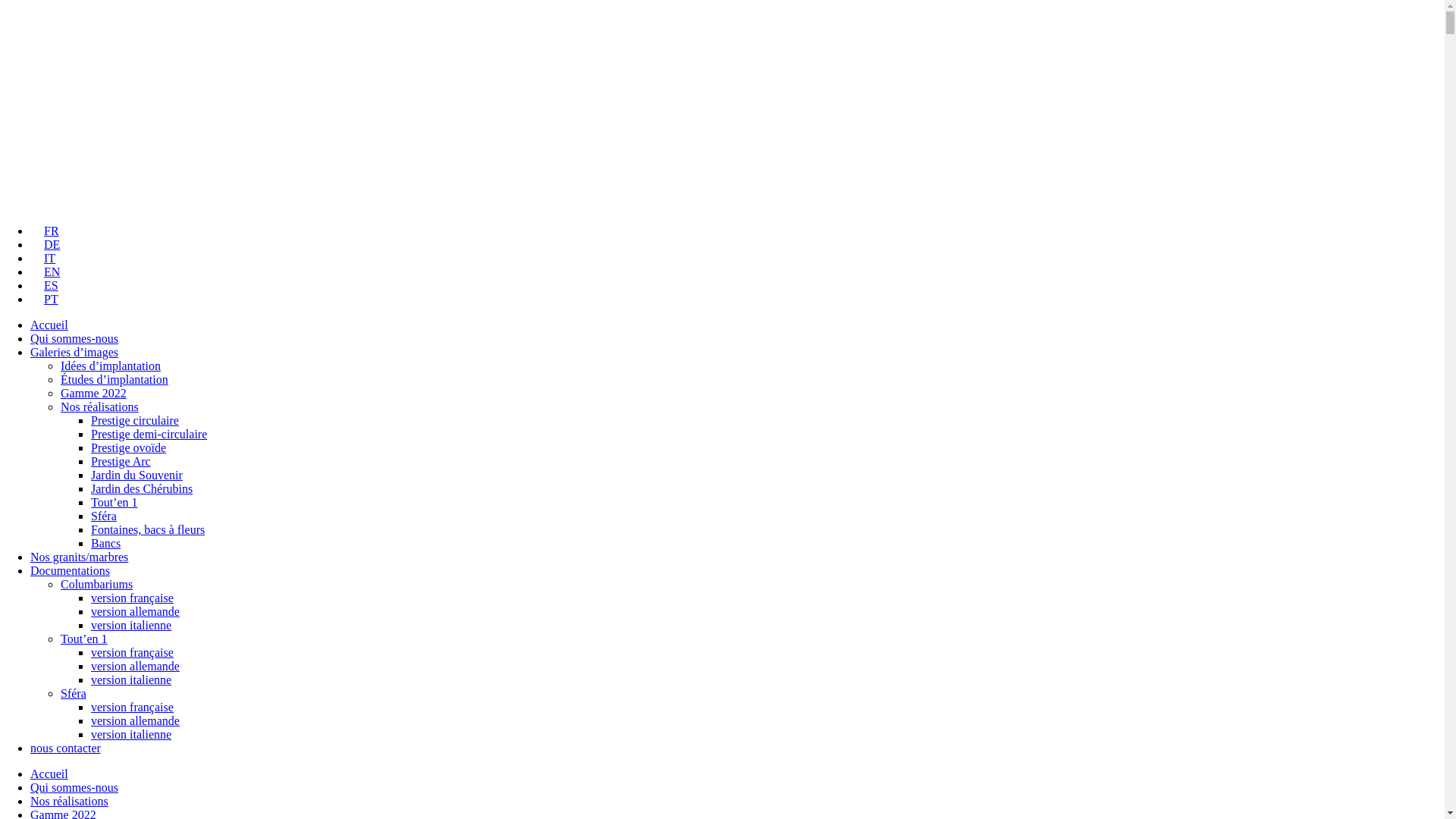  Describe the element at coordinates (149, 434) in the screenshot. I see `'Prestige demi-circulaire'` at that location.